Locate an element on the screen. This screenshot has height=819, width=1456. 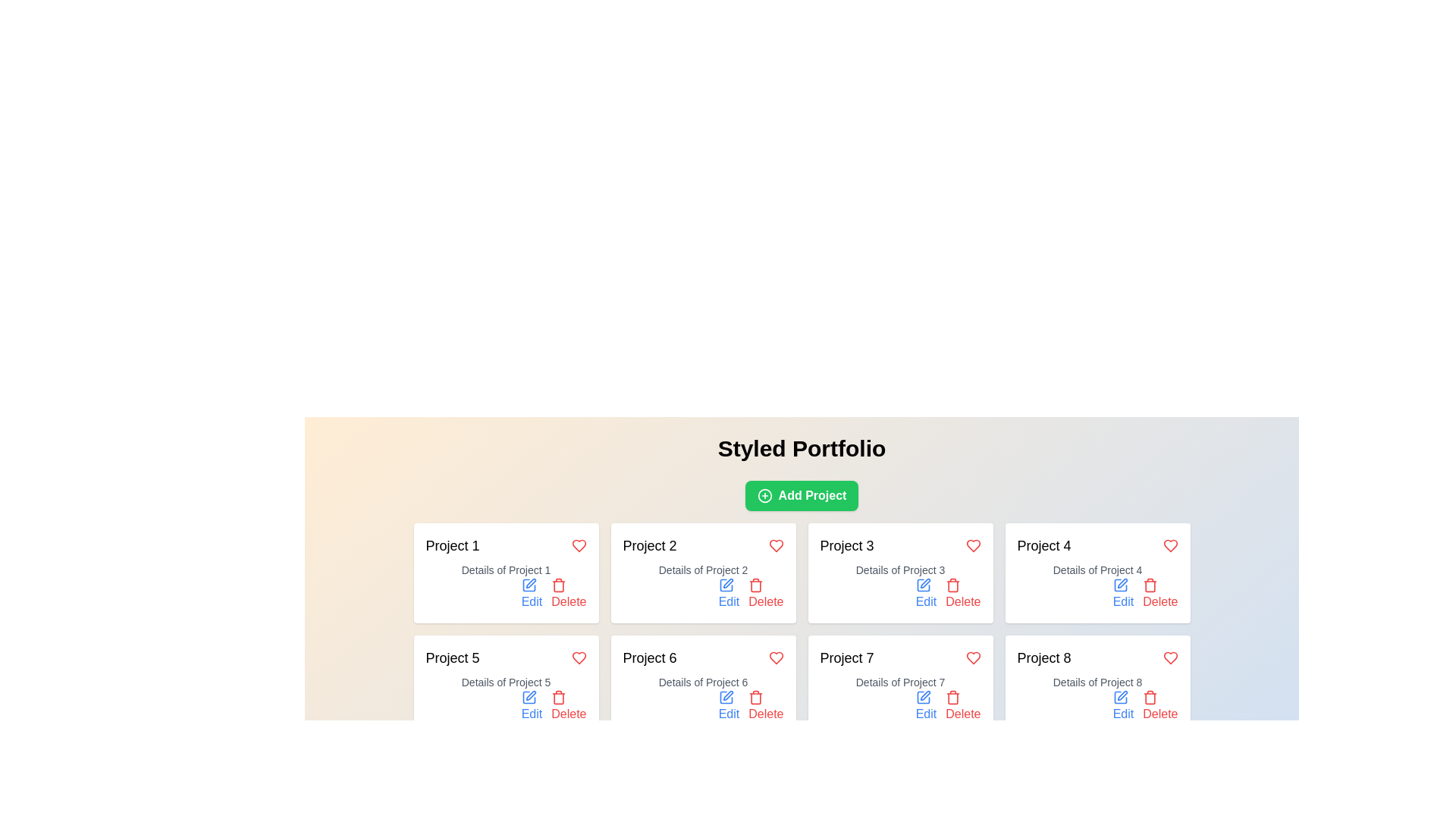
the text label that reads 'Details of Project 4', which is styled with a smaller font size and gray text, positioned within the card representing 'Project 4' is located at coordinates (1097, 570).